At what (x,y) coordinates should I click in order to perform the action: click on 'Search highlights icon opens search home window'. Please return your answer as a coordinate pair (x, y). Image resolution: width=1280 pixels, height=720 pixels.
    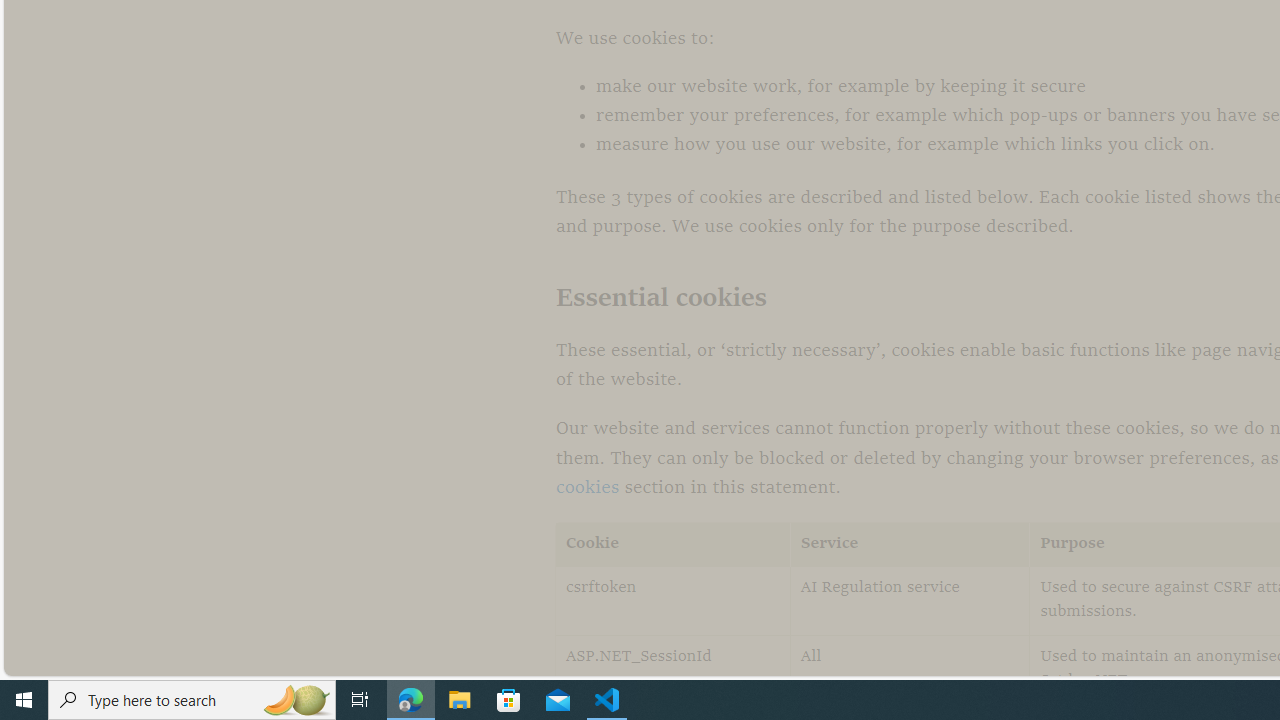
    Looking at the image, I should click on (294, 698).